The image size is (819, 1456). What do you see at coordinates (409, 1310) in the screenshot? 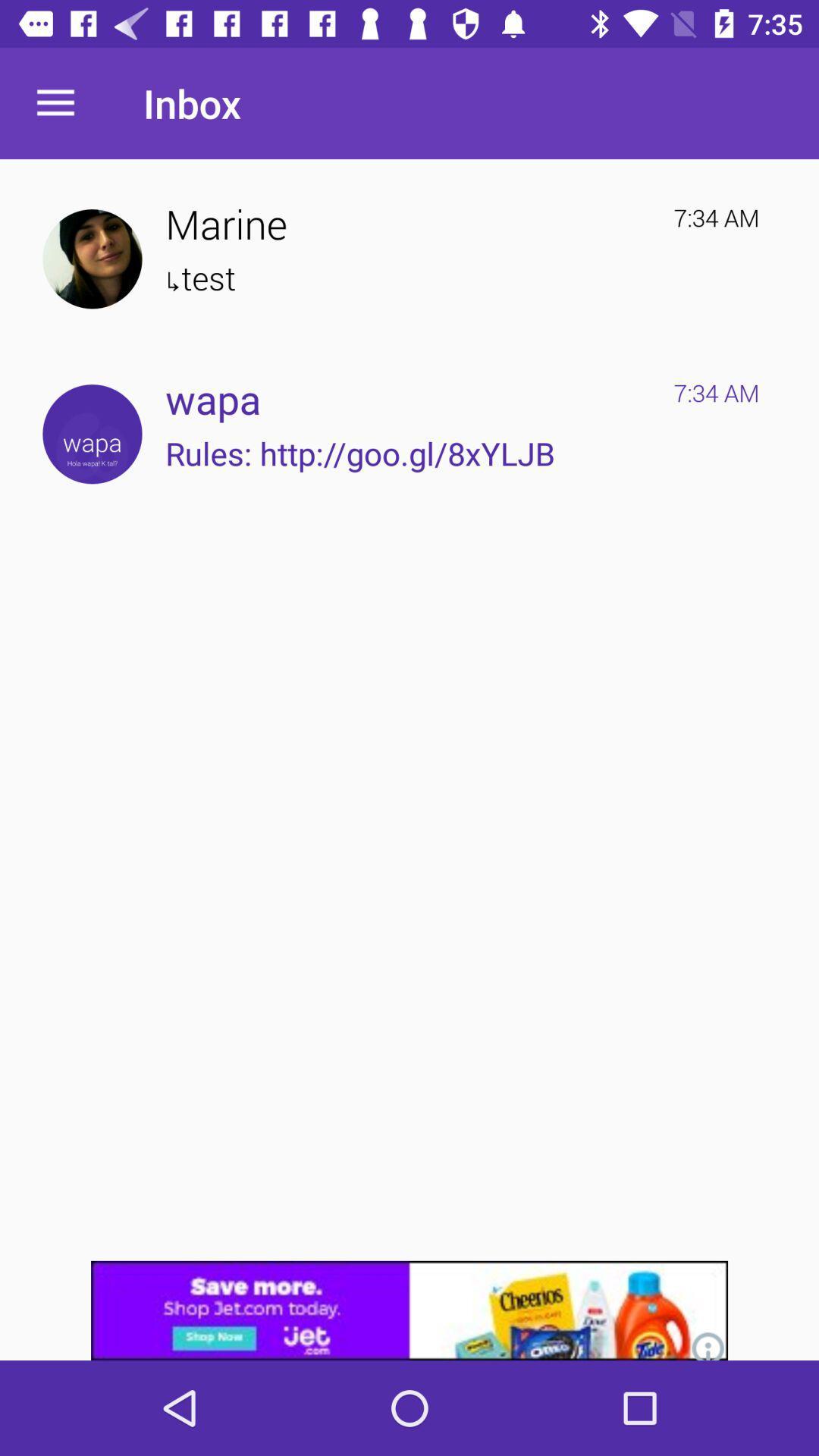
I see `blink advertisement` at bounding box center [409, 1310].